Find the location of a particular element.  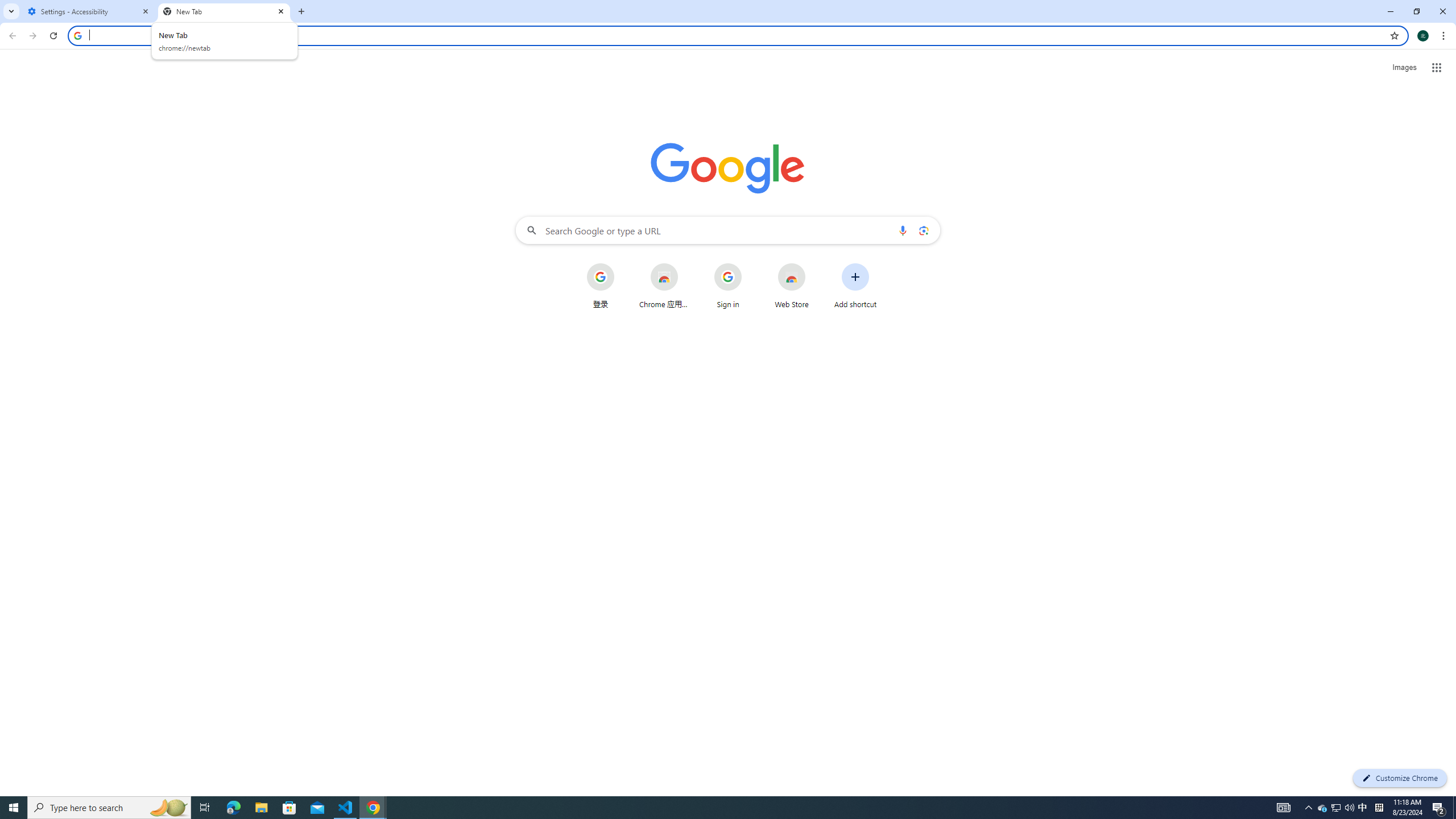

'New Tab' is located at coordinates (224, 11).